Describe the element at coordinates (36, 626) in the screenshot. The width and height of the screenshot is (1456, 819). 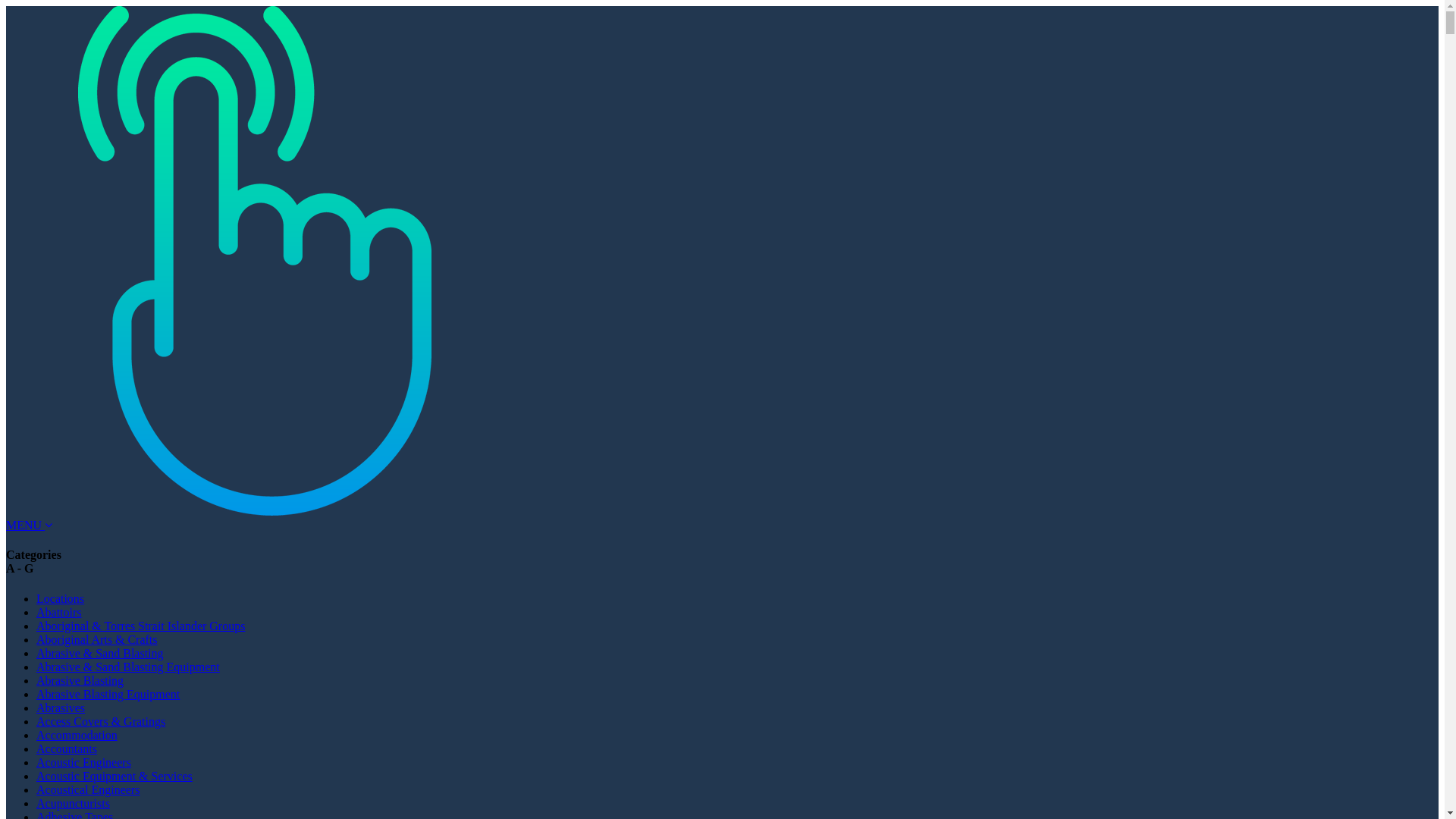
I see `'Aboriginal & Torres Strait Islander Groups'` at that location.